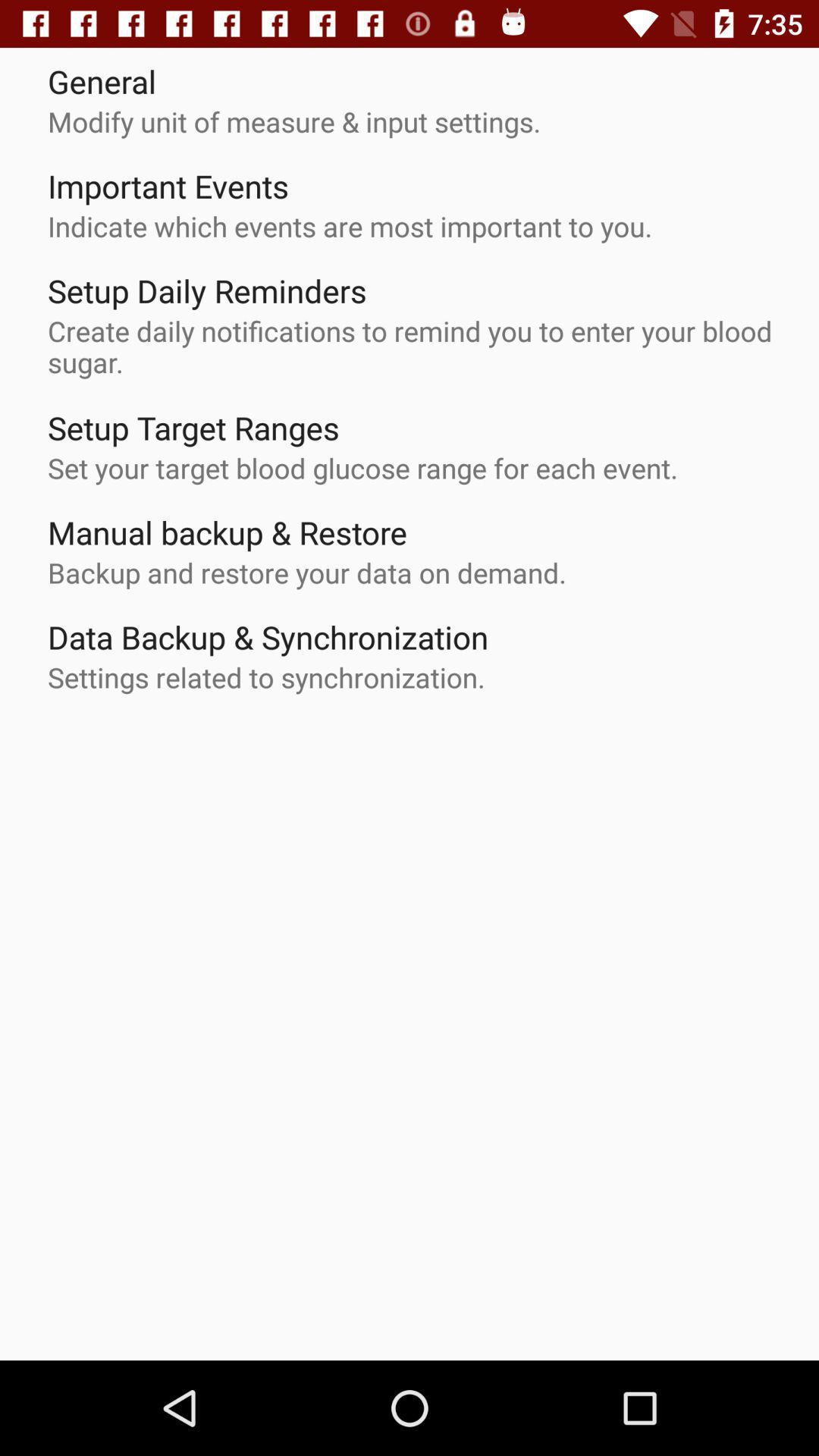  I want to click on the general app, so click(102, 80).